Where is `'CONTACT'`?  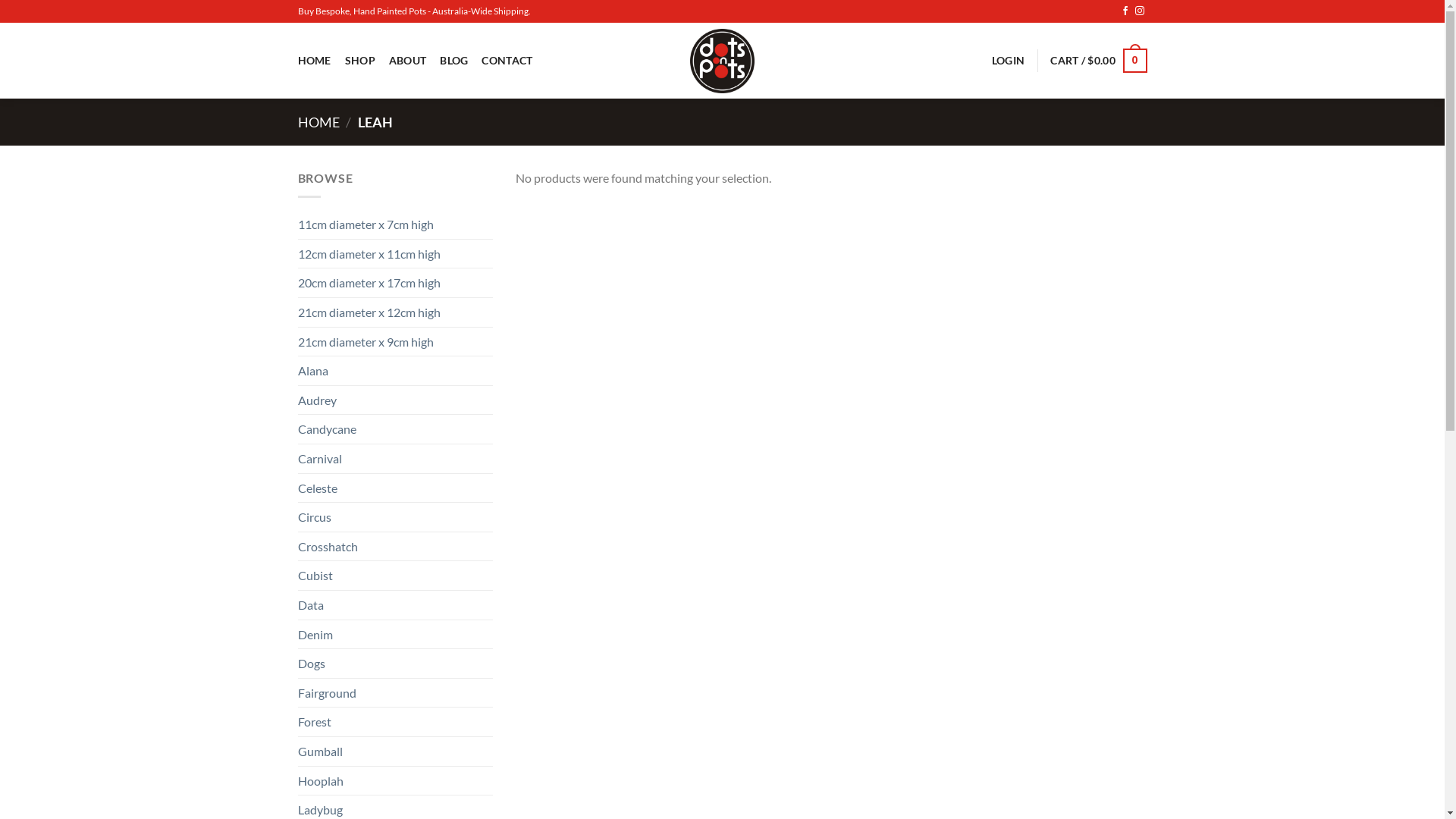 'CONTACT' is located at coordinates (507, 59).